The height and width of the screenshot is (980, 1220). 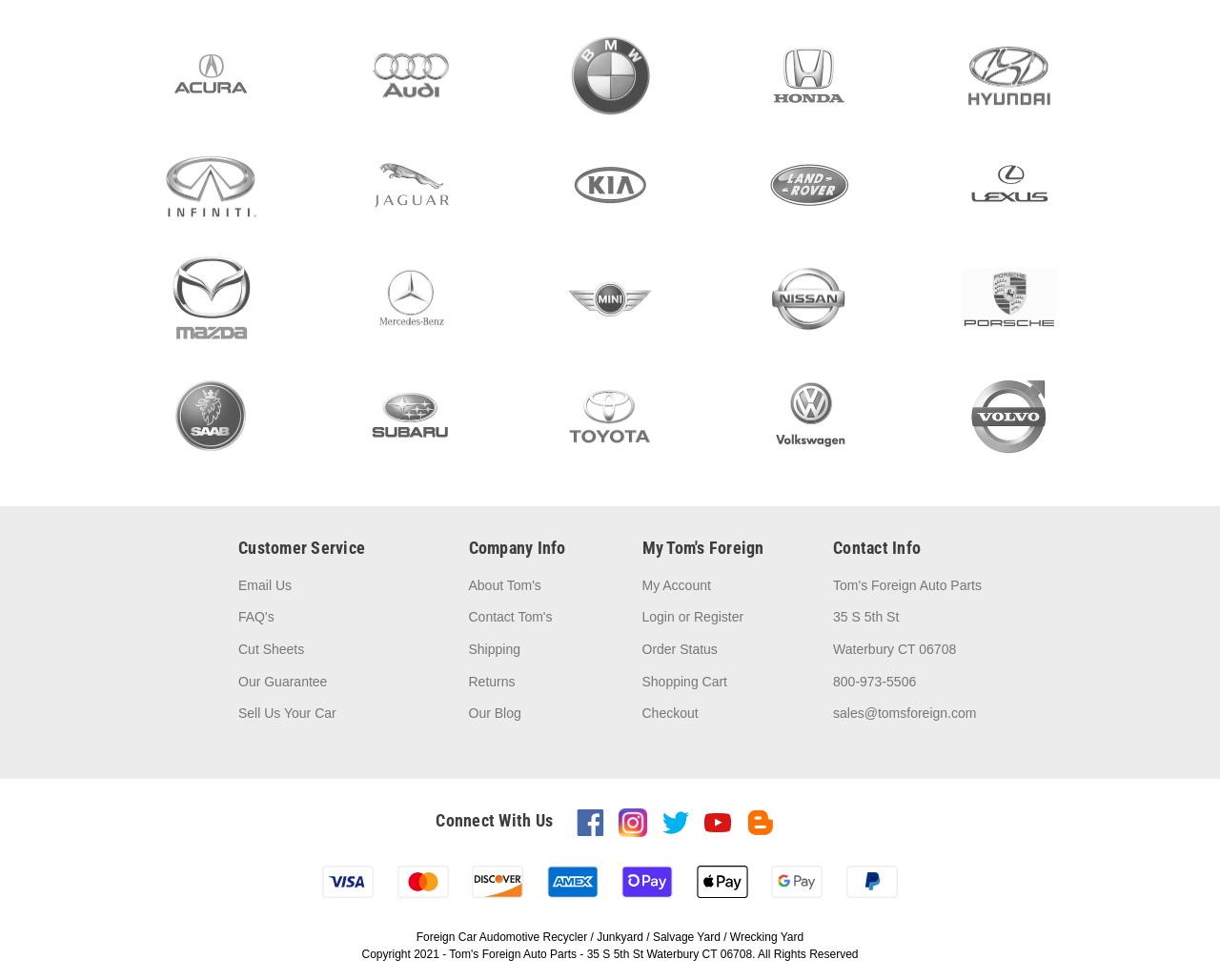 What do you see at coordinates (683, 617) in the screenshot?
I see `'or'` at bounding box center [683, 617].